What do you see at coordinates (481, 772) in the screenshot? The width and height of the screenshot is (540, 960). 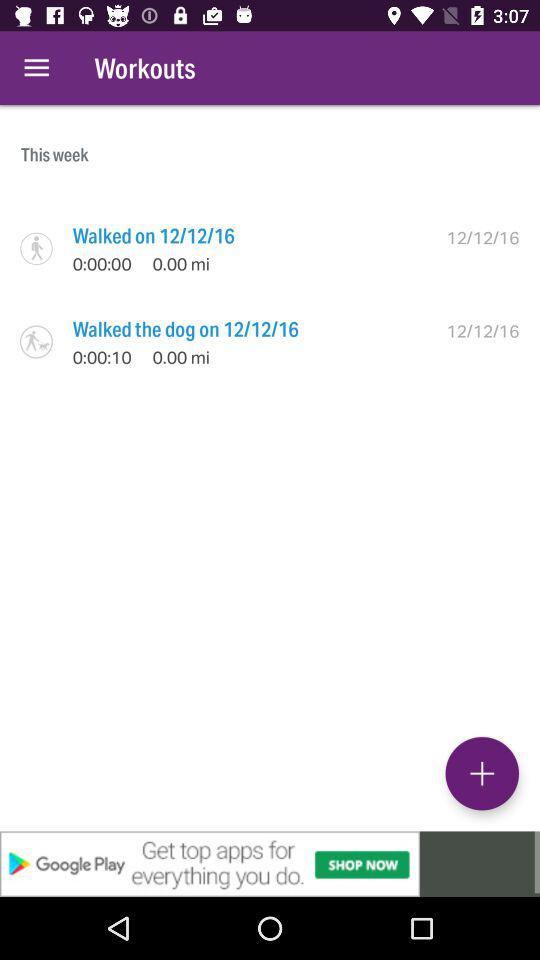 I see `workout information` at bounding box center [481, 772].